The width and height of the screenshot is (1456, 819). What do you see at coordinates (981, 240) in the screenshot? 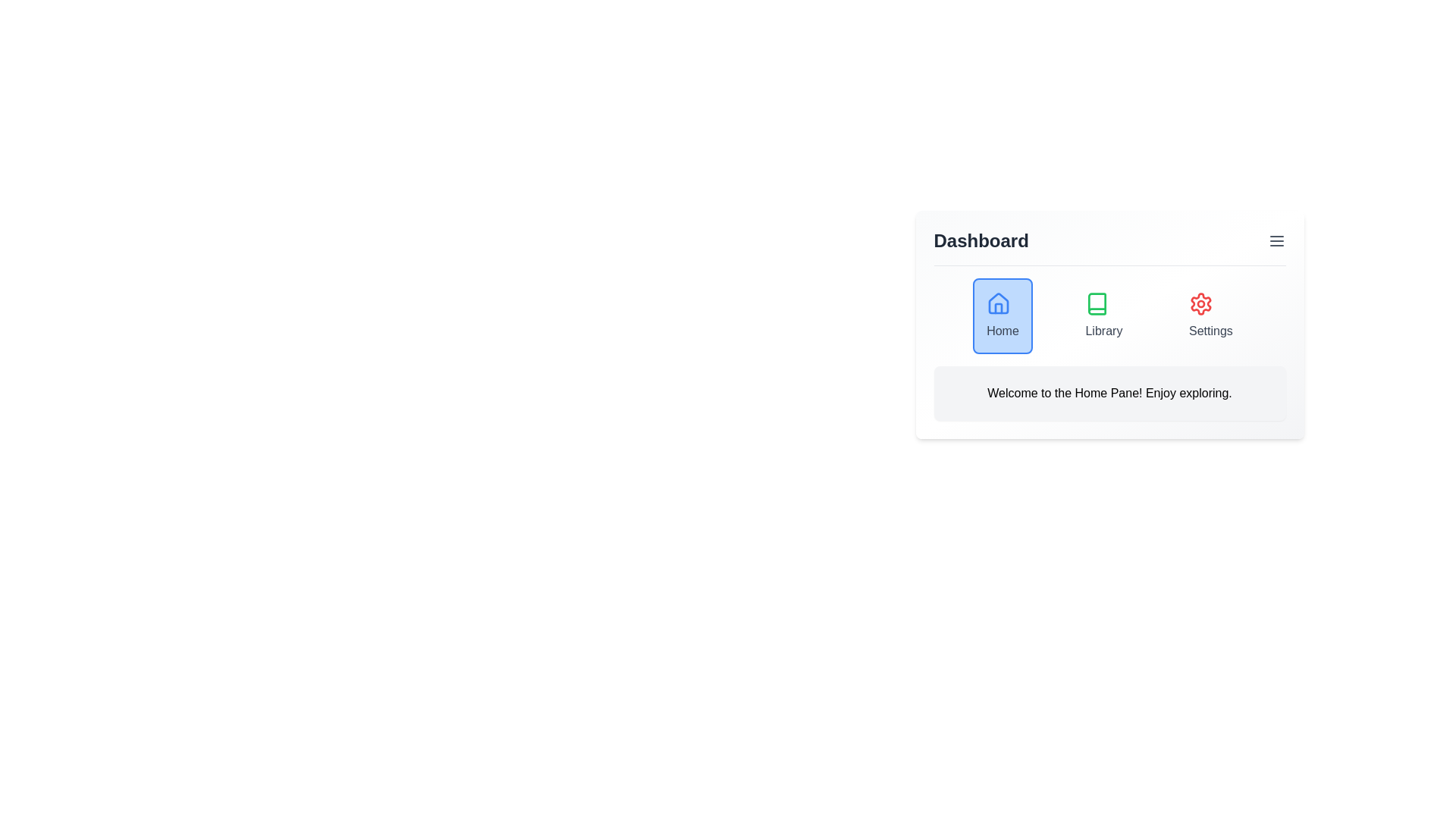
I see `the 'Dashboard' text label which serves as the header for the current page, positioned at the top left of the interface` at bounding box center [981, 240].